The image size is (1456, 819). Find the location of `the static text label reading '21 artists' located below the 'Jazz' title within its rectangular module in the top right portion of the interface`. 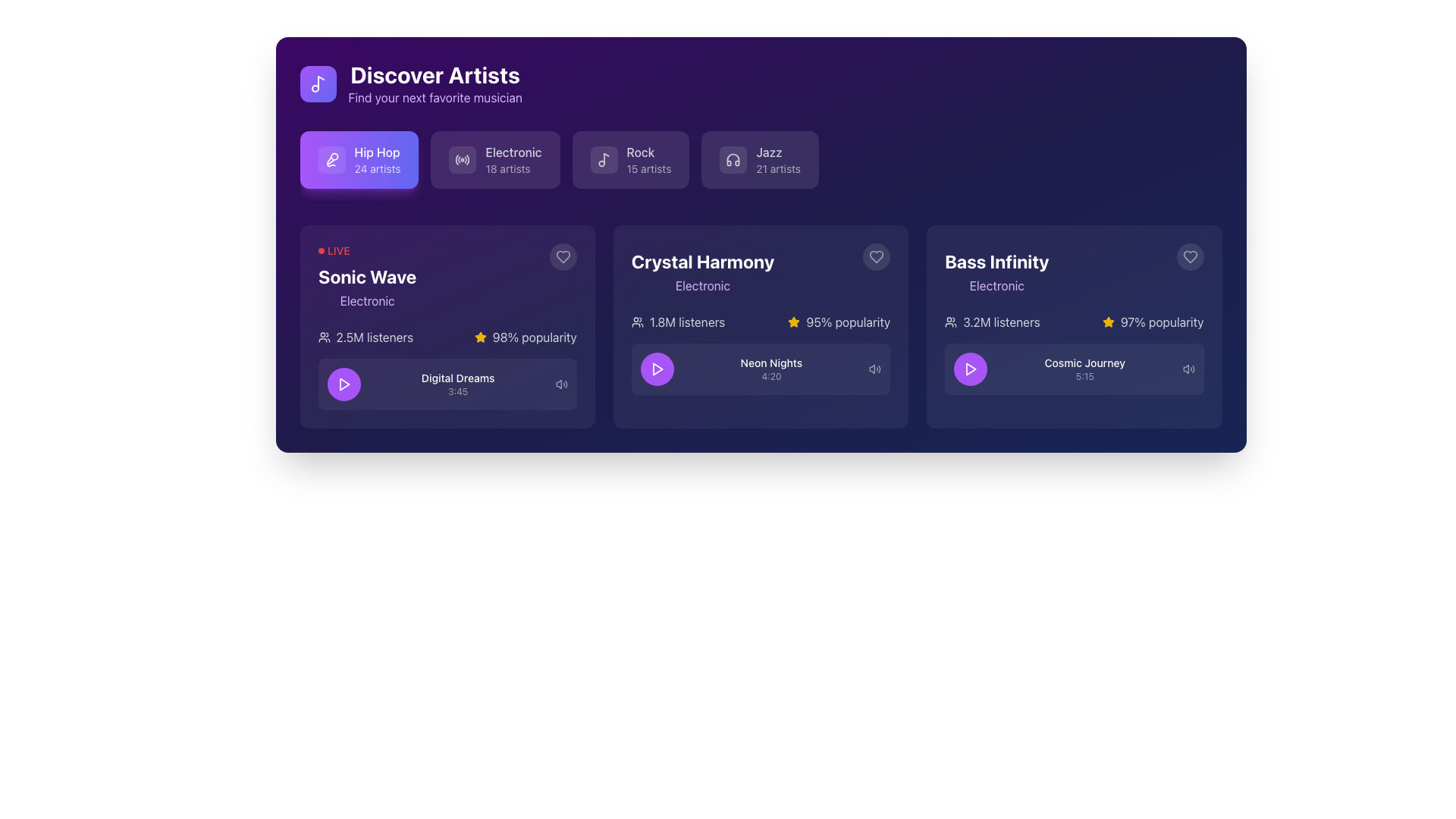

the static text label reading '21 artists' located below the 'Jazz' title within its rectangular module in the top right portion of the interface is located at coordinates (778, 169).